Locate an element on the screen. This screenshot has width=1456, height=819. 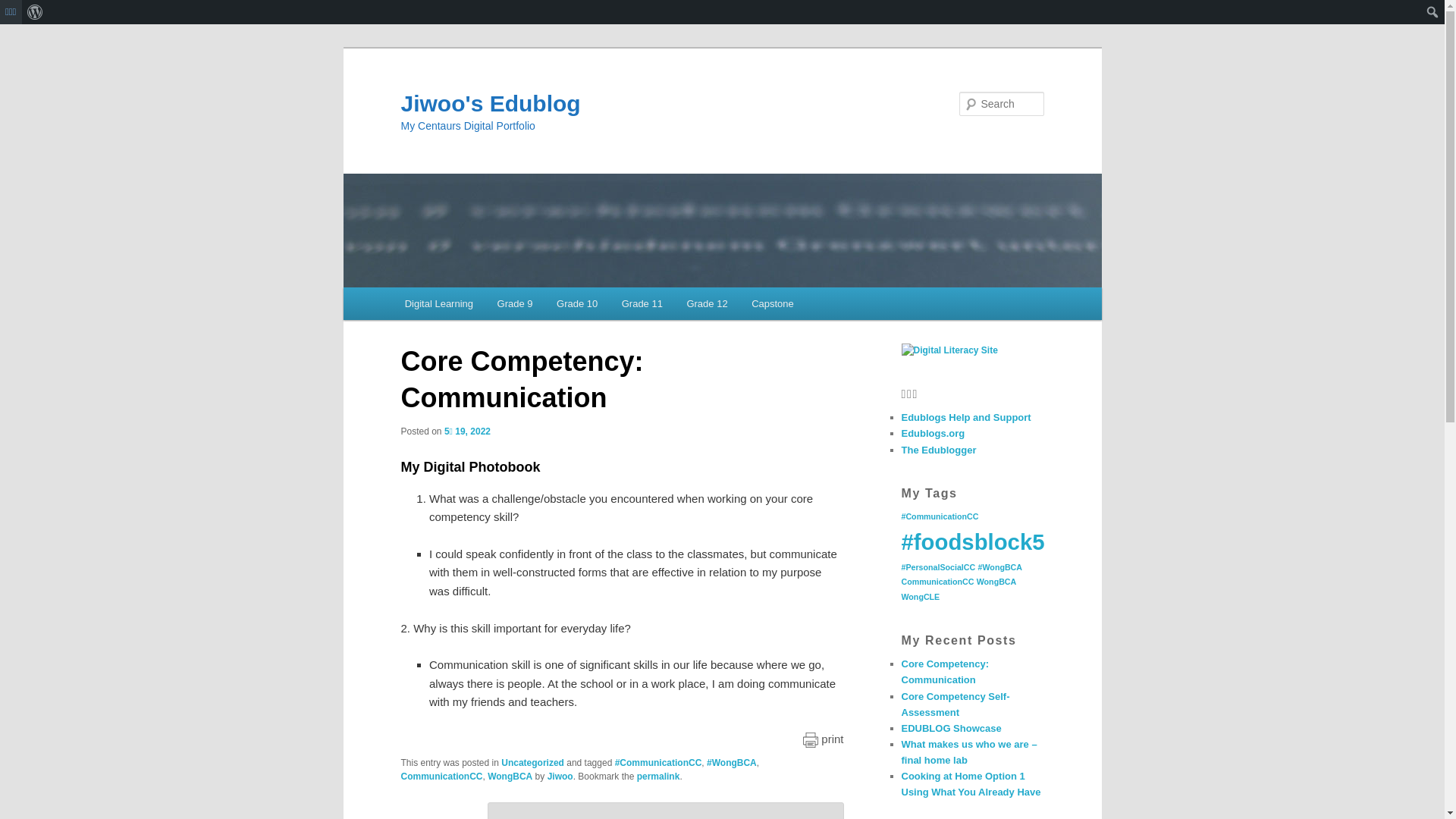
'Jiwoo' is located at coordinates (560, 776).